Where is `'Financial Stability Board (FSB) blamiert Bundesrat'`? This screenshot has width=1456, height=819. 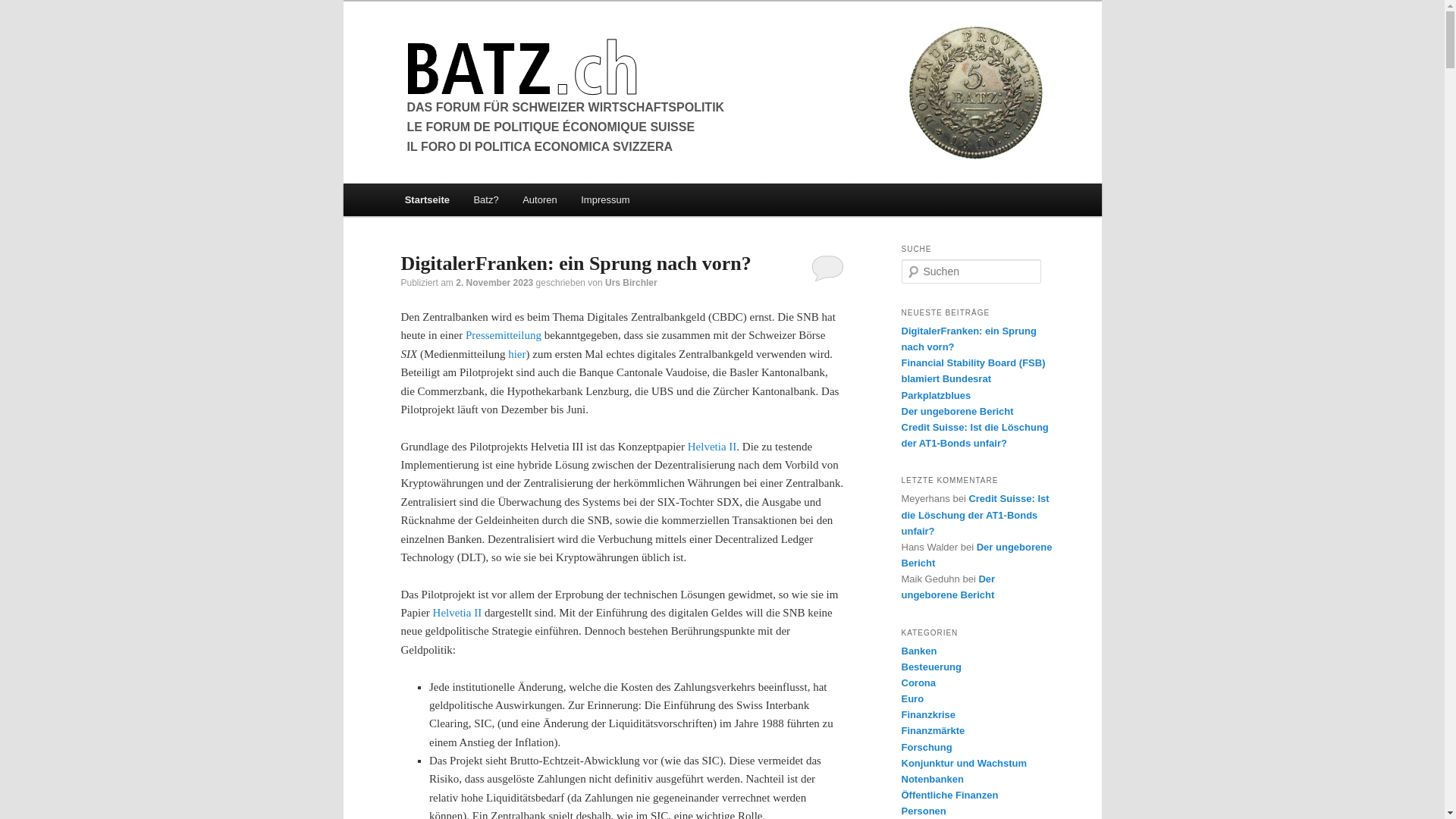 'Financial Stability Board (FSB) blamiert Bundesrat' is located at coordinates (972, 371).